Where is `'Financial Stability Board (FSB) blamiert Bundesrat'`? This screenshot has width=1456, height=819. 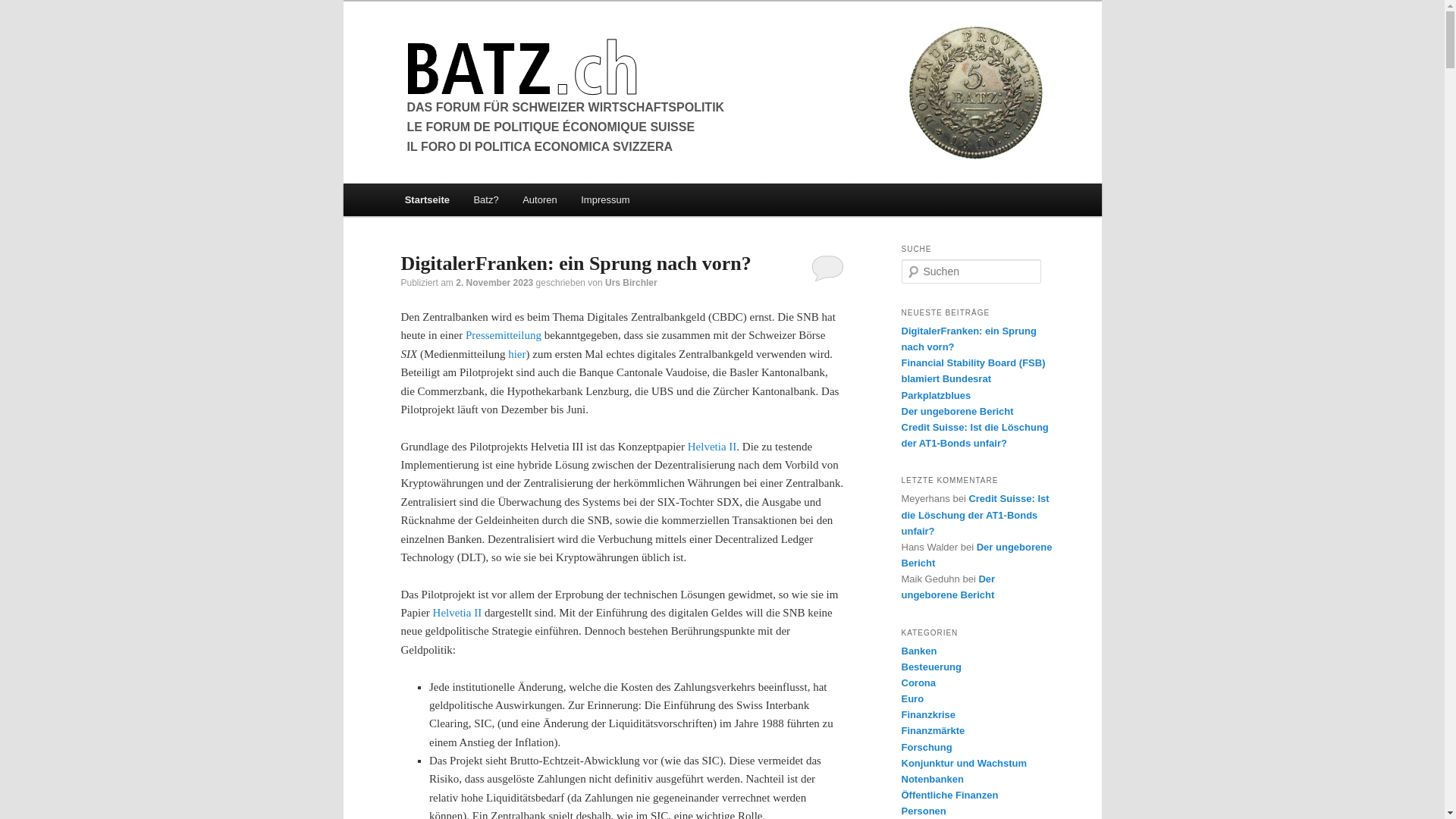 'Financial Stability Board (FSB) blamiert Bundesrat' is located at coordinates (972, 371).